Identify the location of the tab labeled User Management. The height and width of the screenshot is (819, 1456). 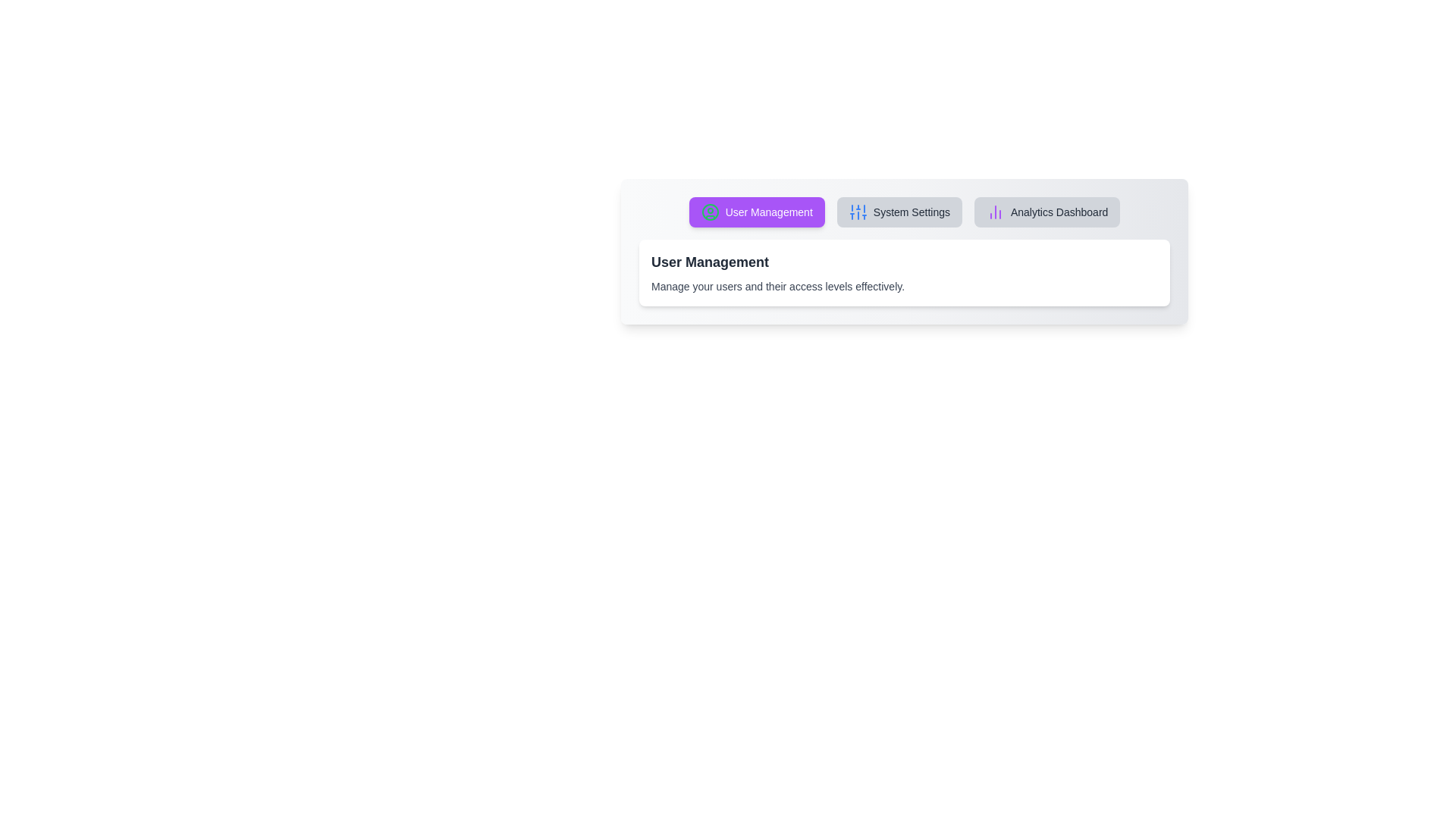
(757, 212).